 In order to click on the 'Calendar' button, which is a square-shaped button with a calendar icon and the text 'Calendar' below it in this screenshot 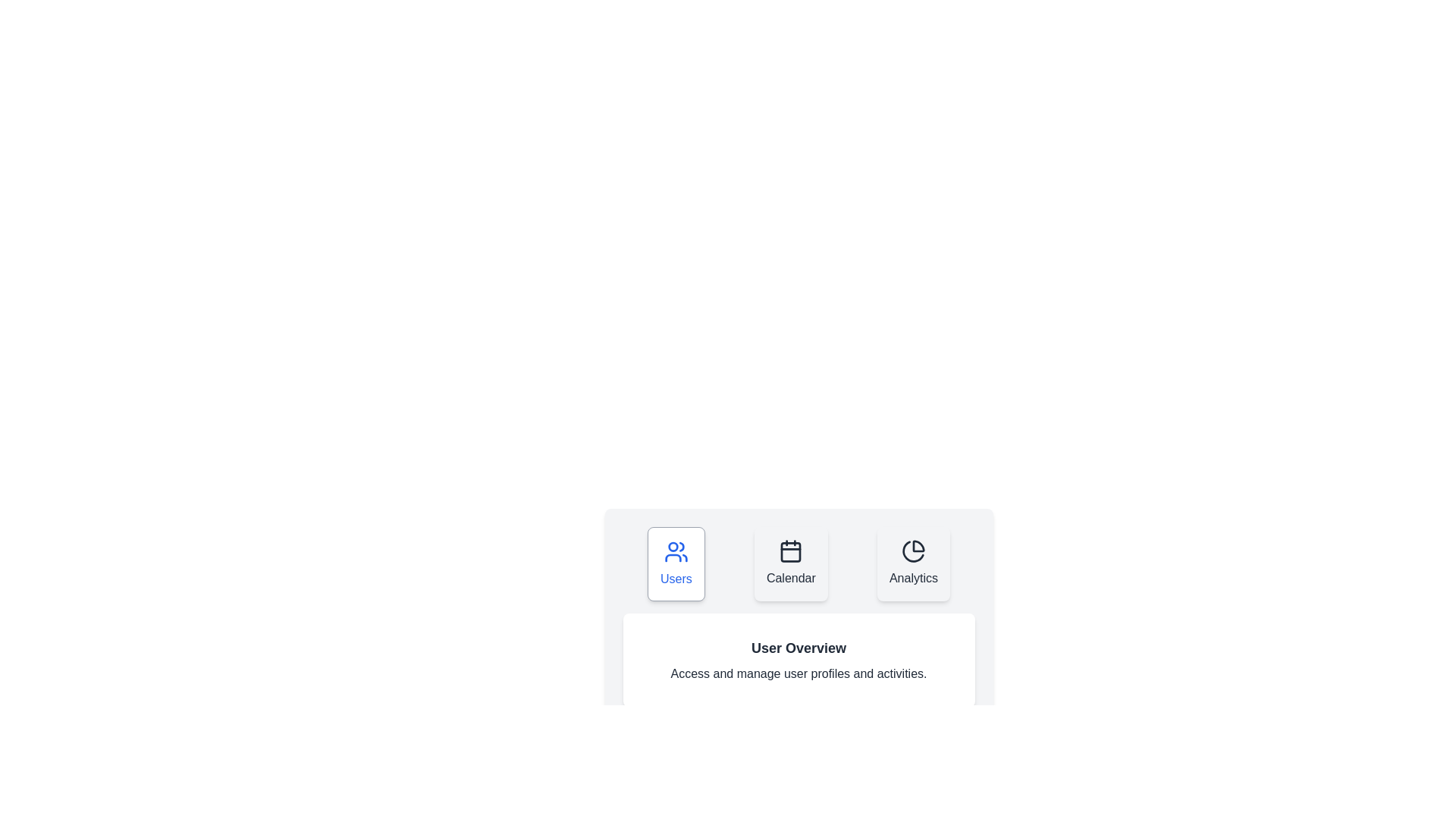, I will do `click(790, 564)`.